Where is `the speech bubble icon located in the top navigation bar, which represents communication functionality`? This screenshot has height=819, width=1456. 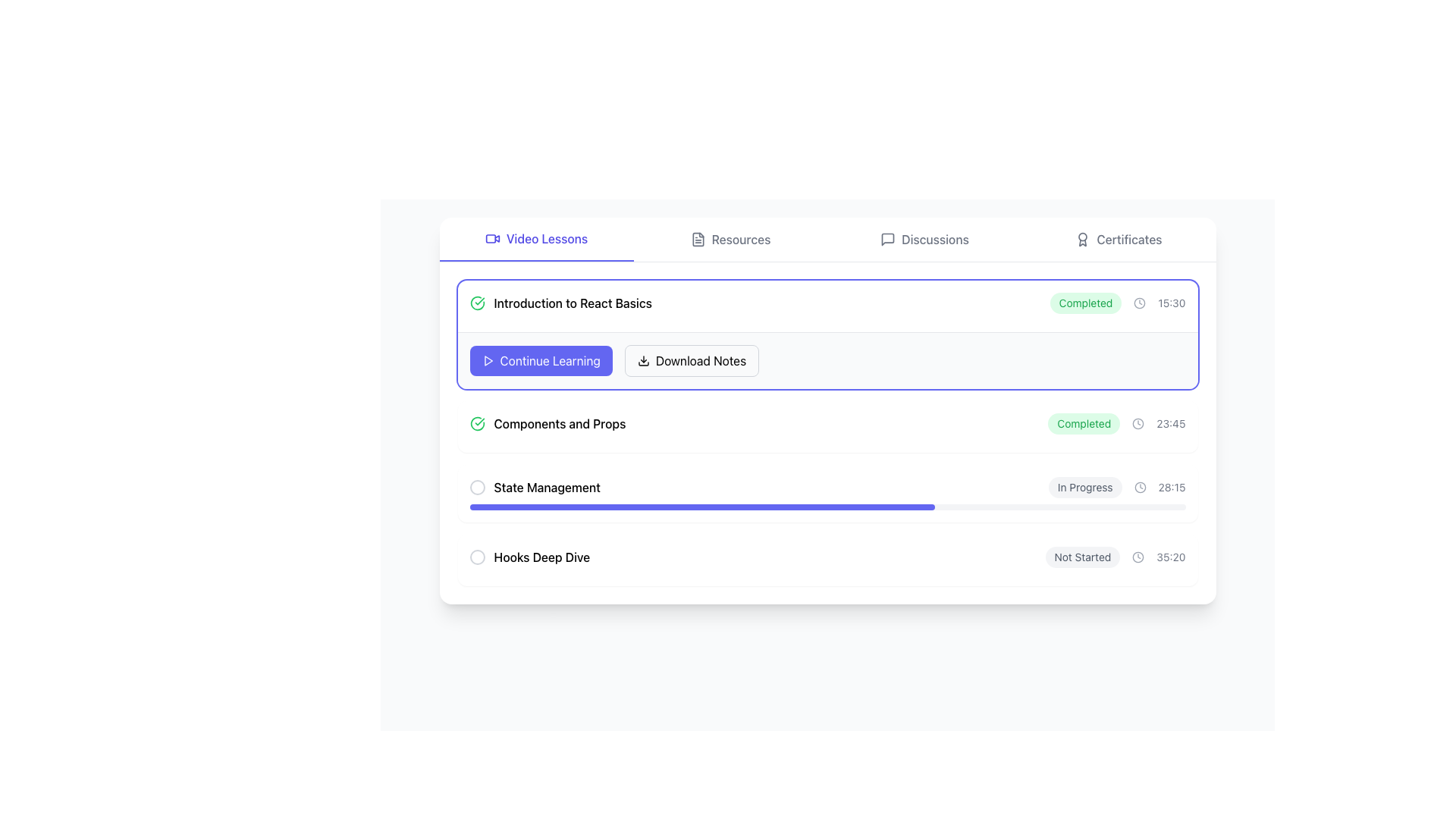 the speech bubble icon located in the top navigation bar, which represents communication functionality is located at coordinates (888, 239).